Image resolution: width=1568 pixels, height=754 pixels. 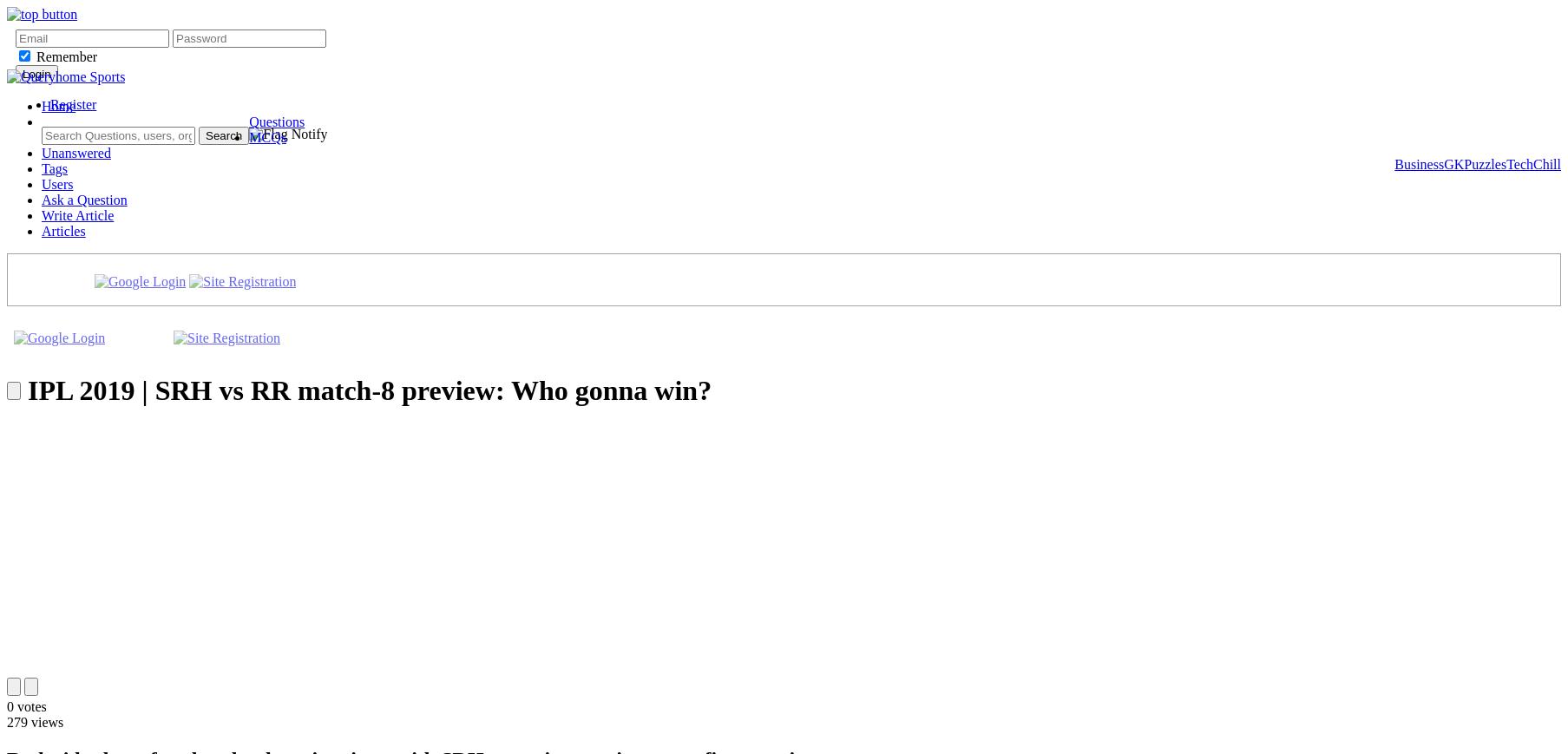 I want to click on 'Write Article', so click(x=76, y=214).